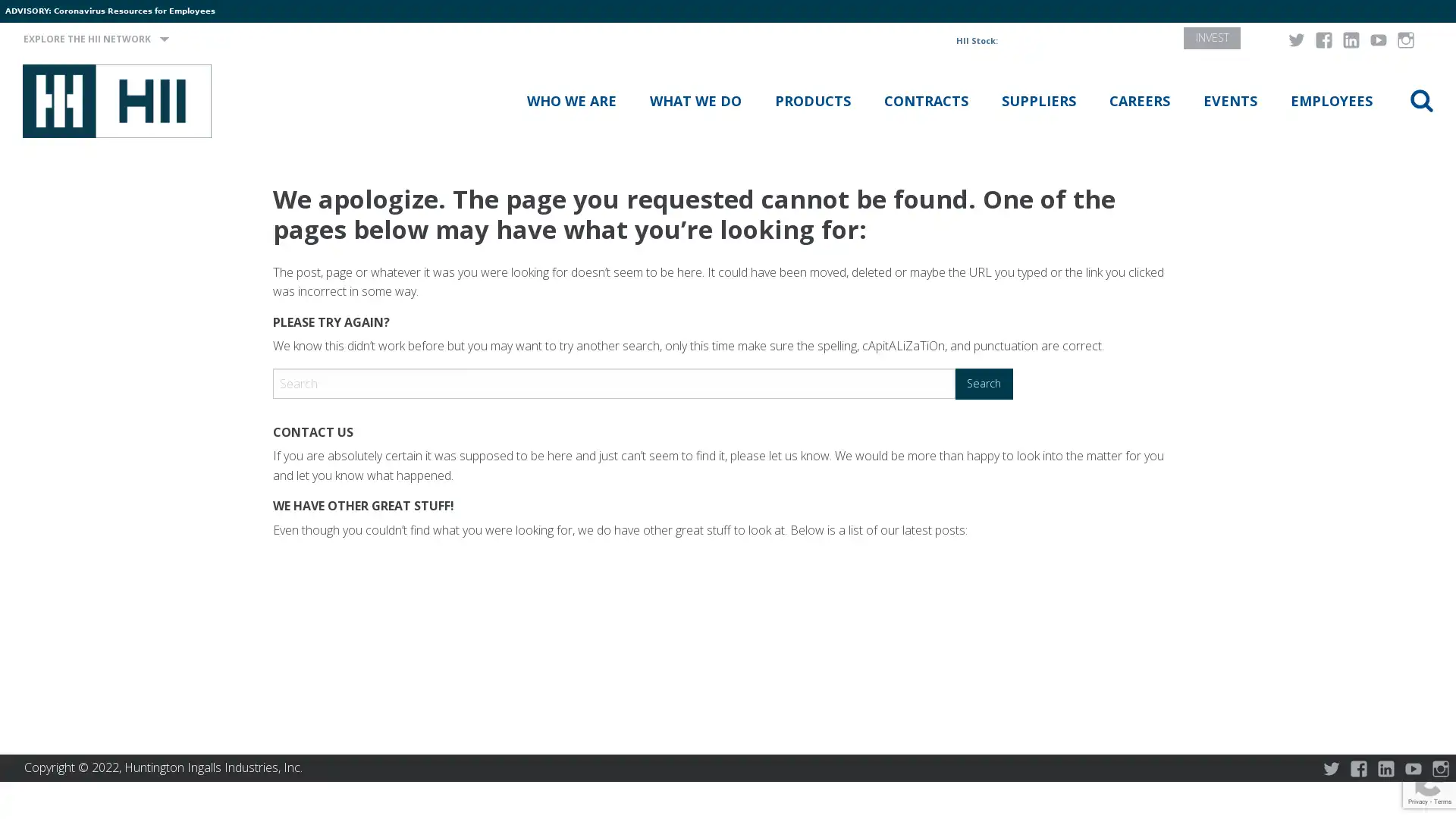 The image size is (1456, 819). I want to click on Search, so click(984, 382).